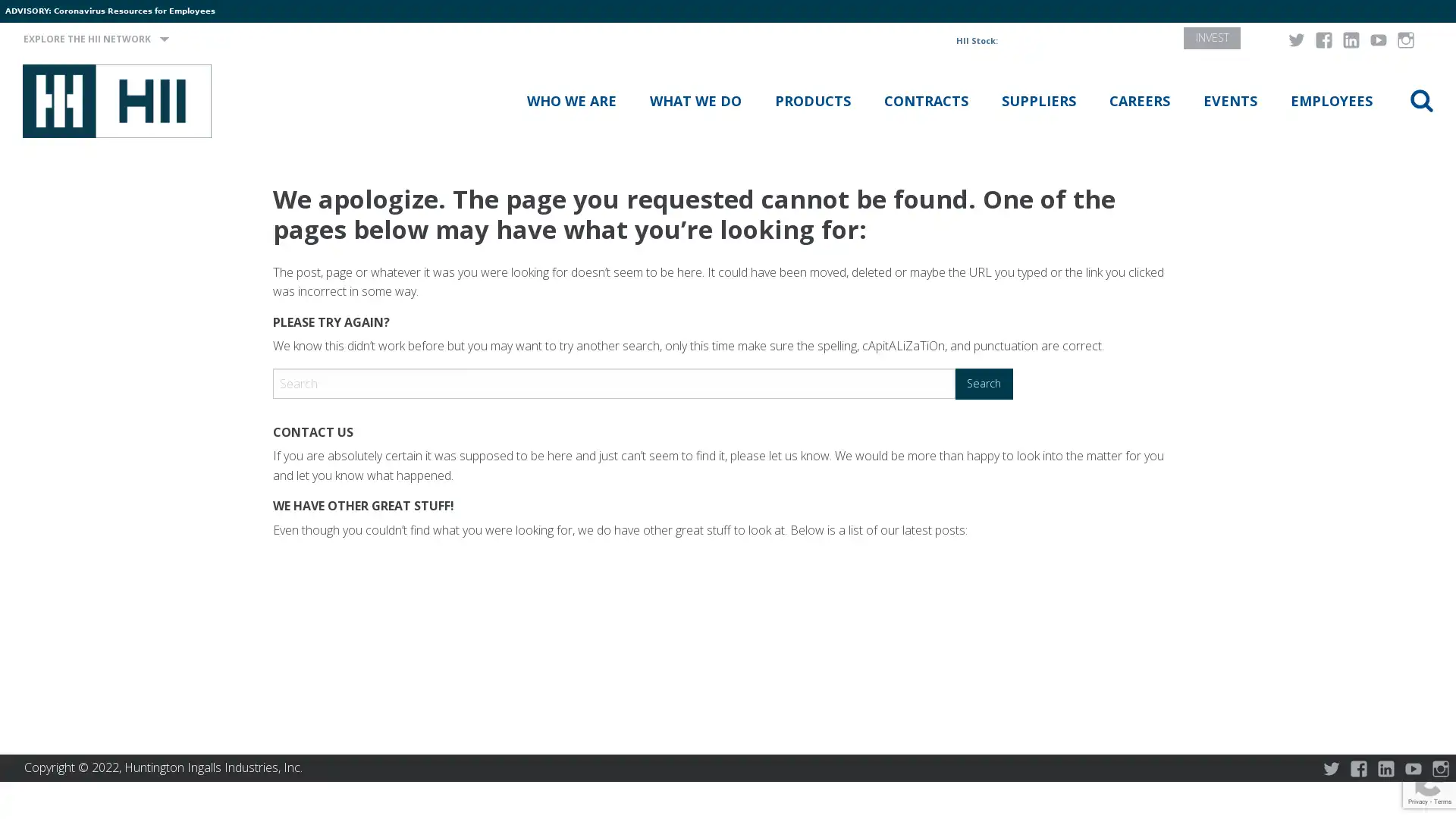 The image size is (1456, 819). I want to click on Search, so click(984, 382).